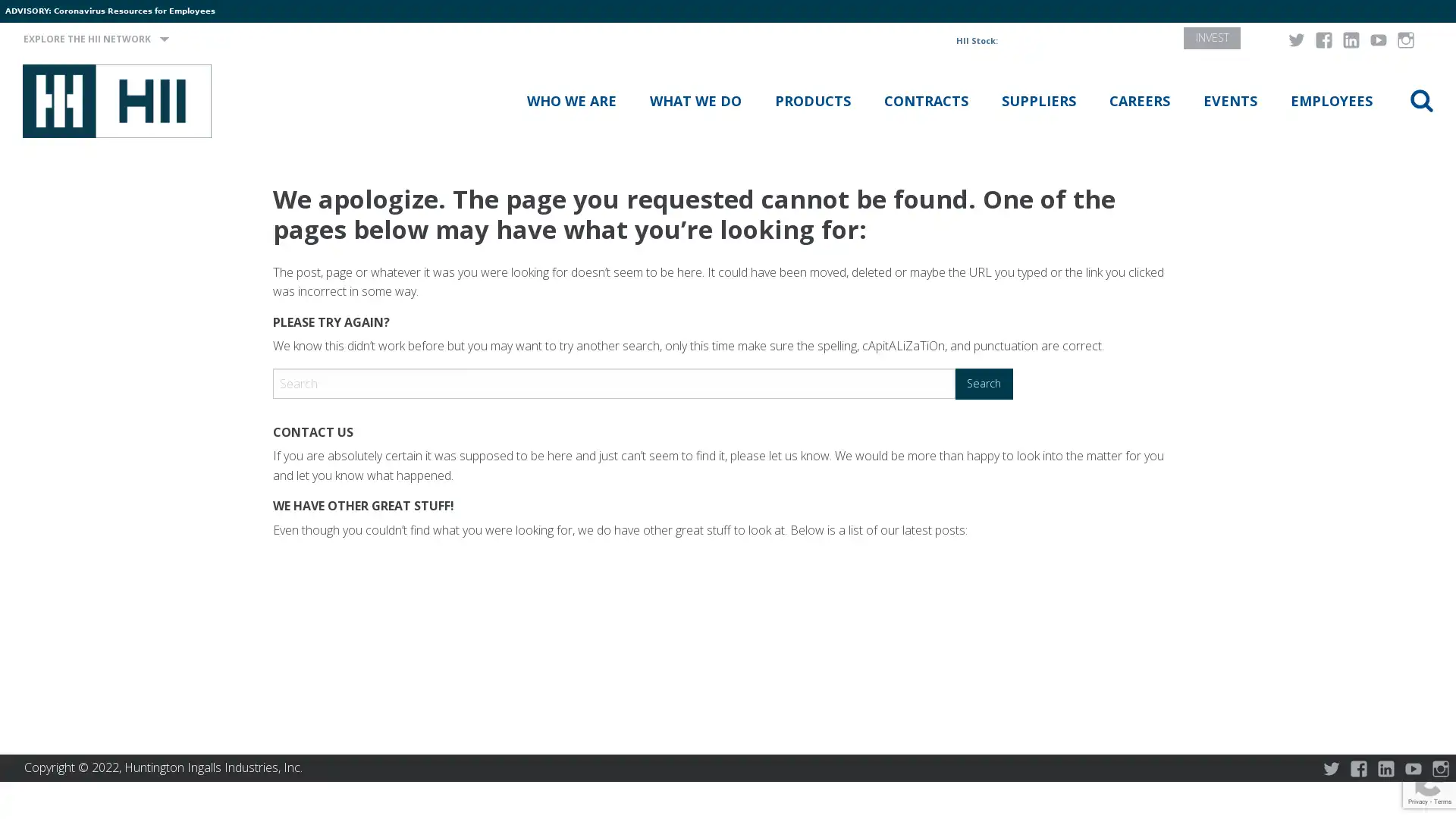 The image size is (1456, 819). I want to click on Search, so click(984, 382).